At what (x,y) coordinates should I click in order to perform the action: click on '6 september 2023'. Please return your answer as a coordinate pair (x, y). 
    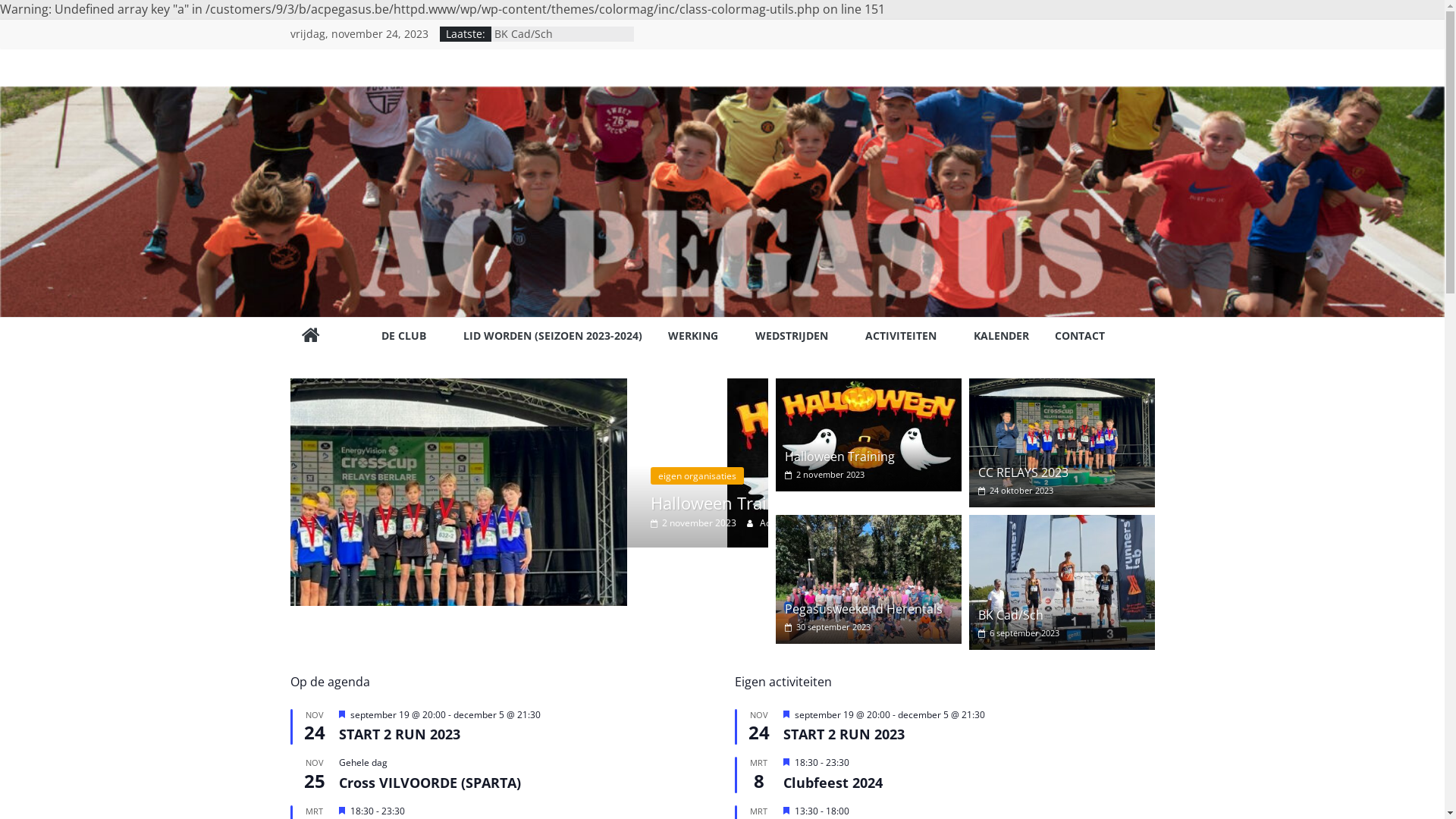
    Looking at the image, I should click on (978, 632).